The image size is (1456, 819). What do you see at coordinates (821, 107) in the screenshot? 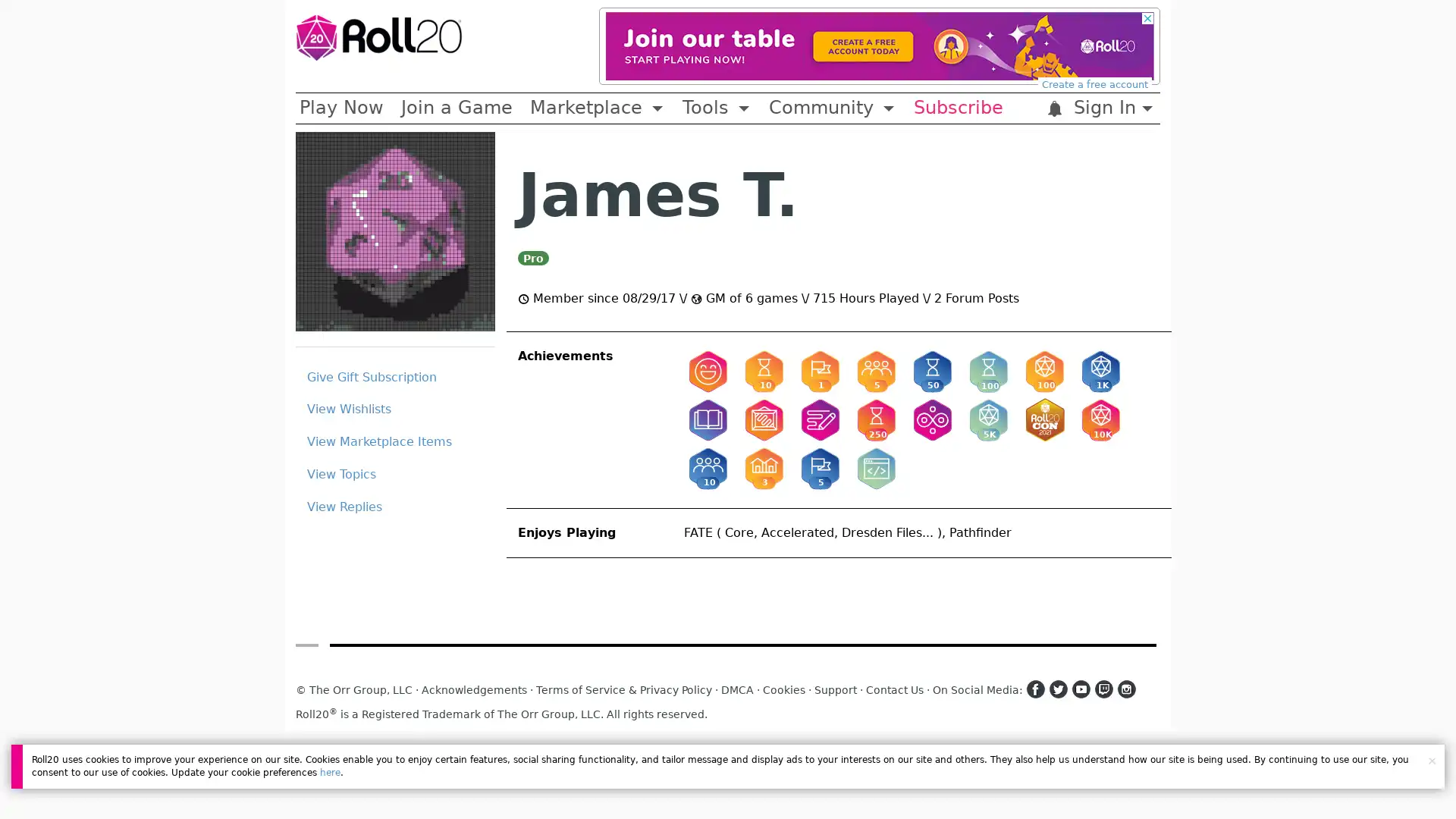
I see `Community` at bounding box center [821, 107].